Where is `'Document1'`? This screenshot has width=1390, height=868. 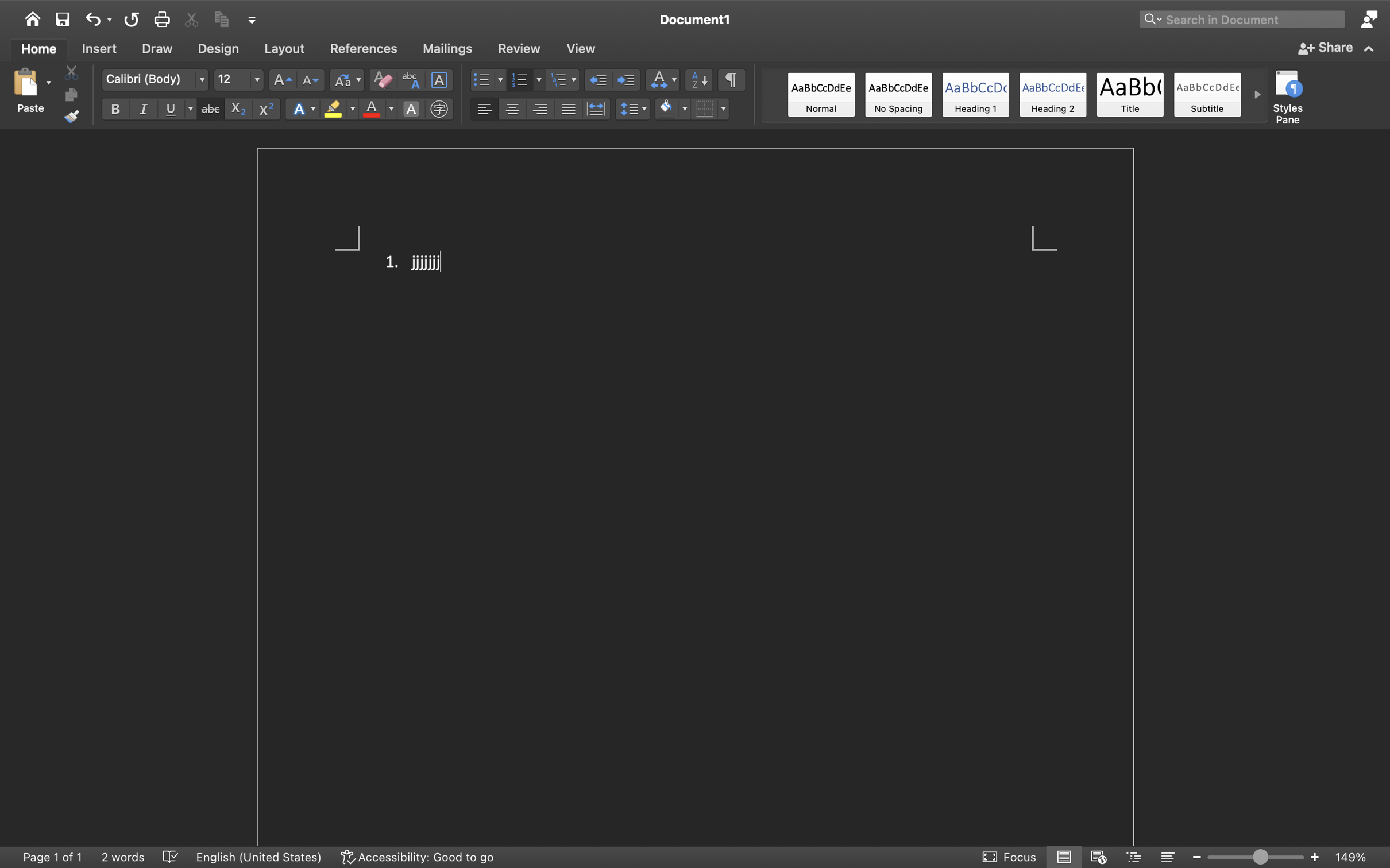 'Document1' is located at coordinates (694, 18).